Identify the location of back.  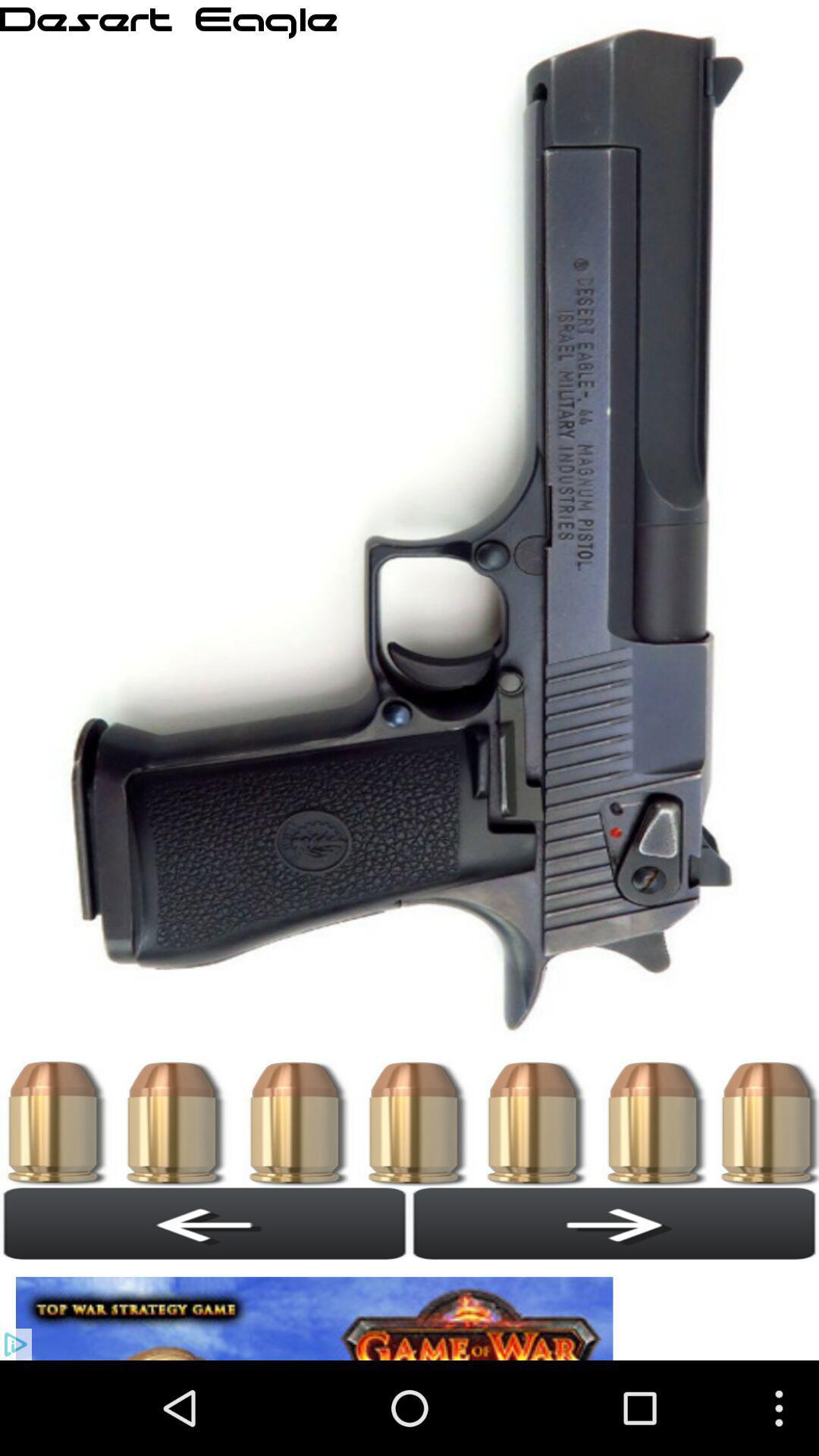
(205, 1223).